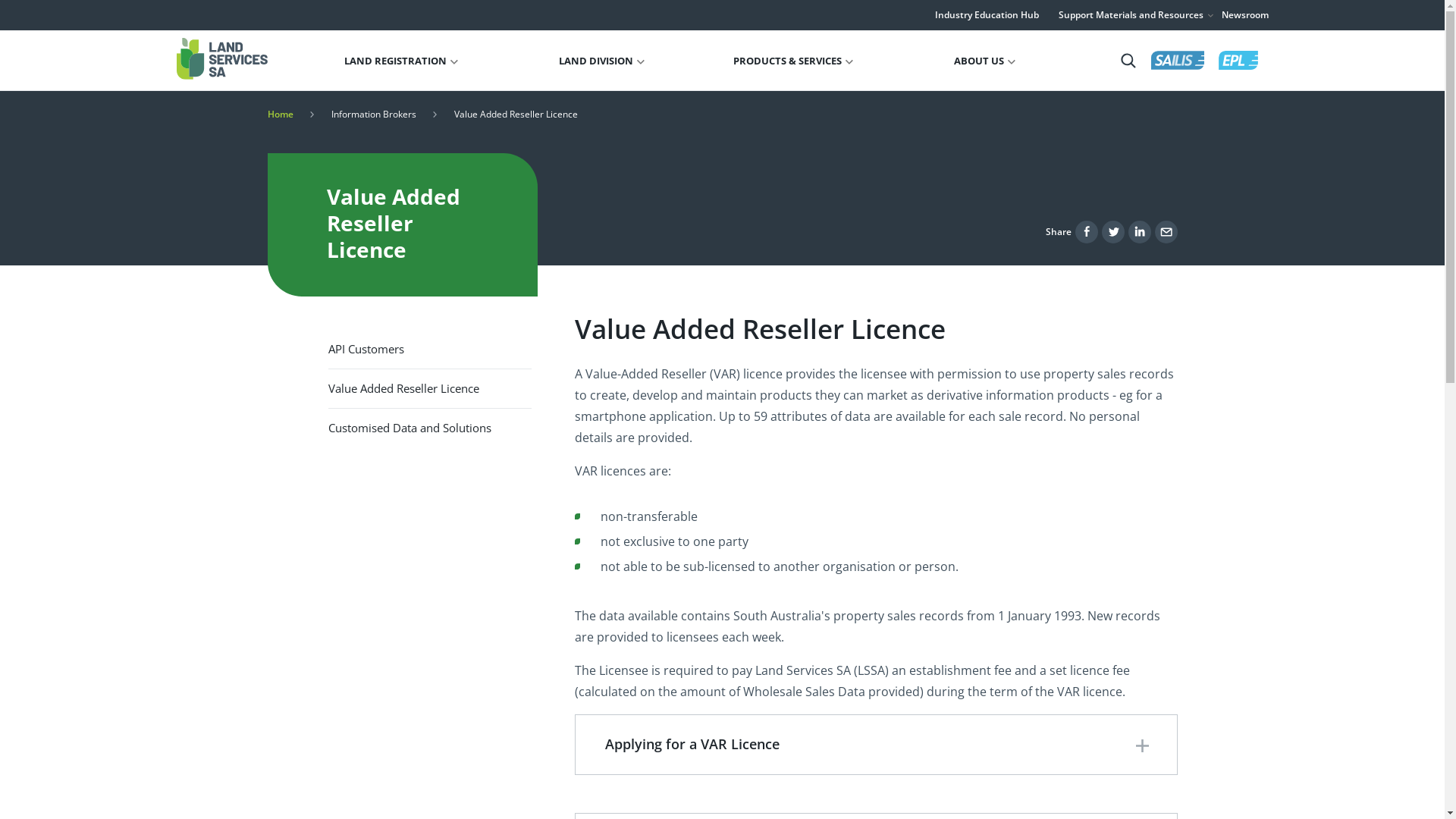 This screenshot has width=1456, height=819. I want to click on 'Industry Education Hub', so click(986, 15).